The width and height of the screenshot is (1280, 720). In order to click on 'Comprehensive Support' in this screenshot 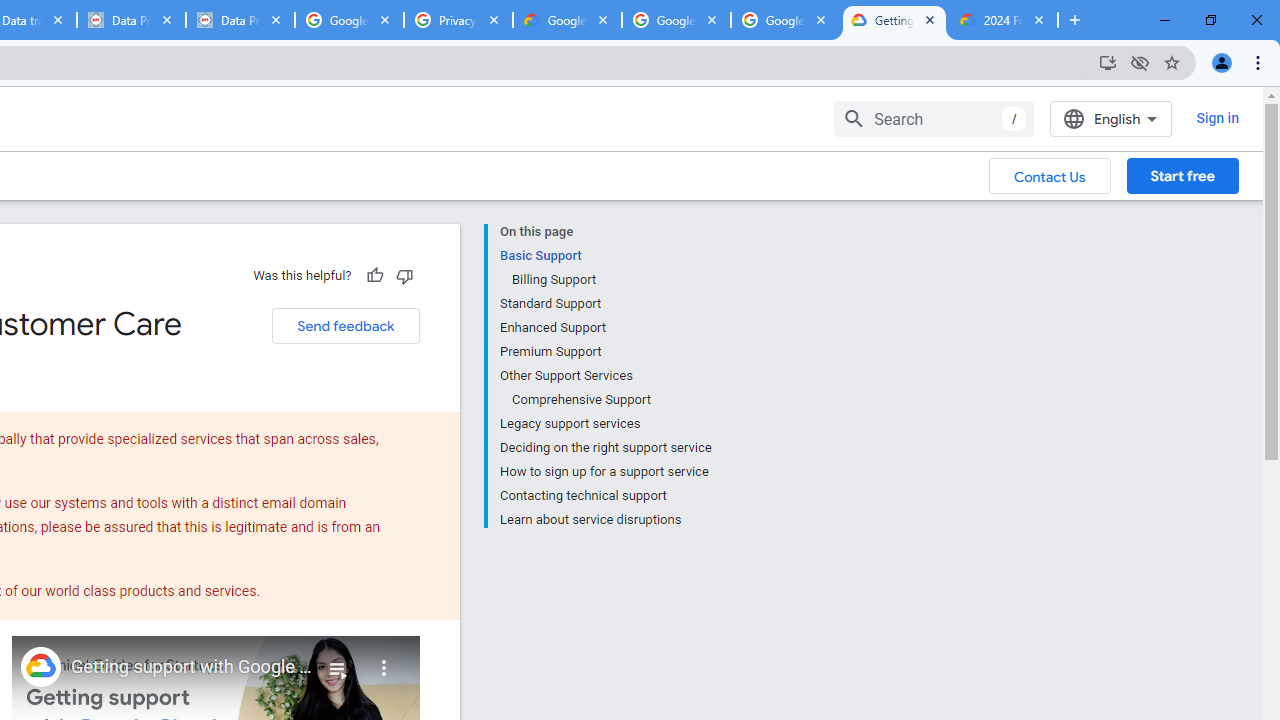, I will do `click(610, 399)`.